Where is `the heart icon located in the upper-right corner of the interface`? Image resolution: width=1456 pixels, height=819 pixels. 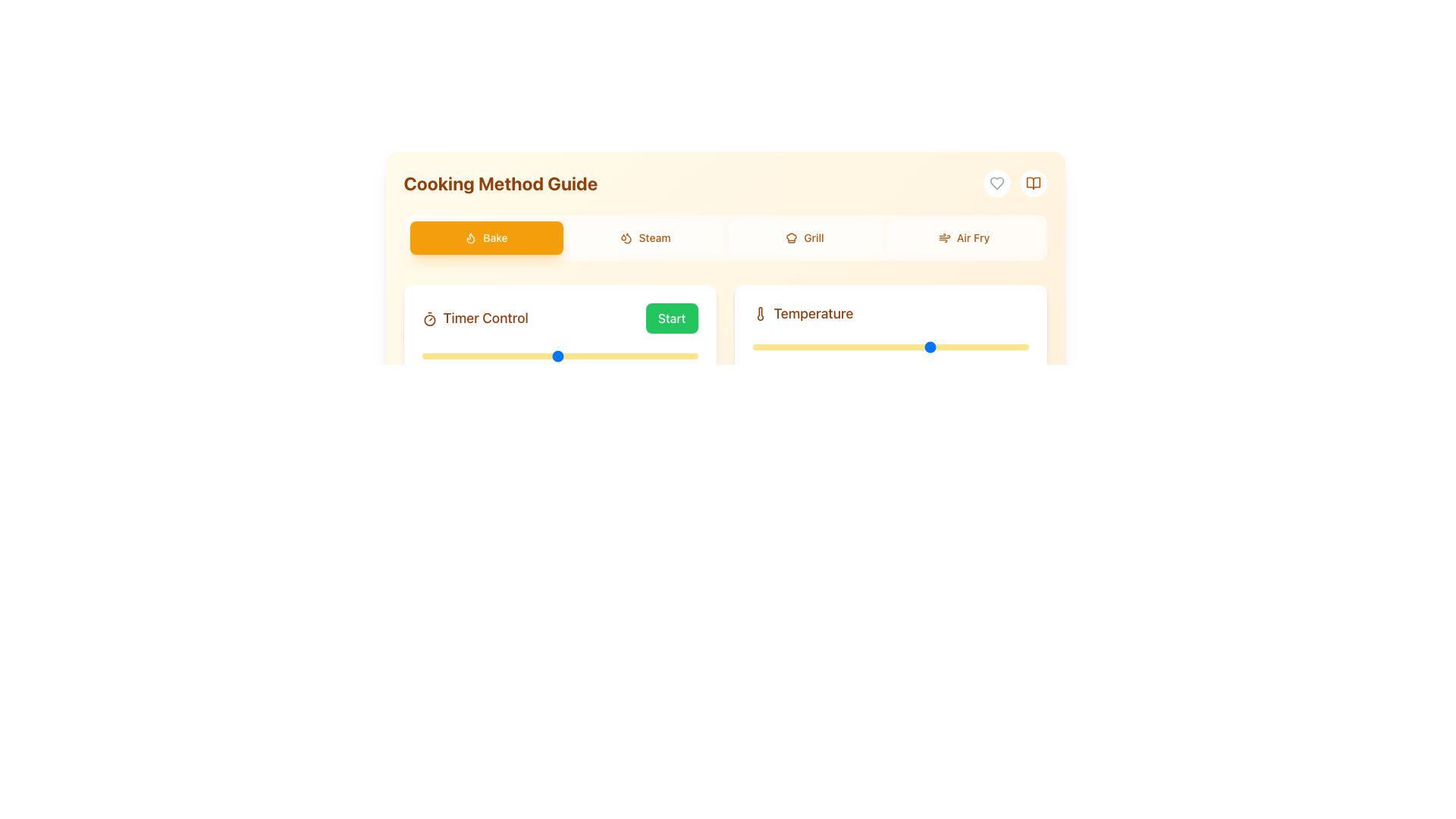
the heart icon located in the upper-right corner of the interface is located at coordinates (996, 183).